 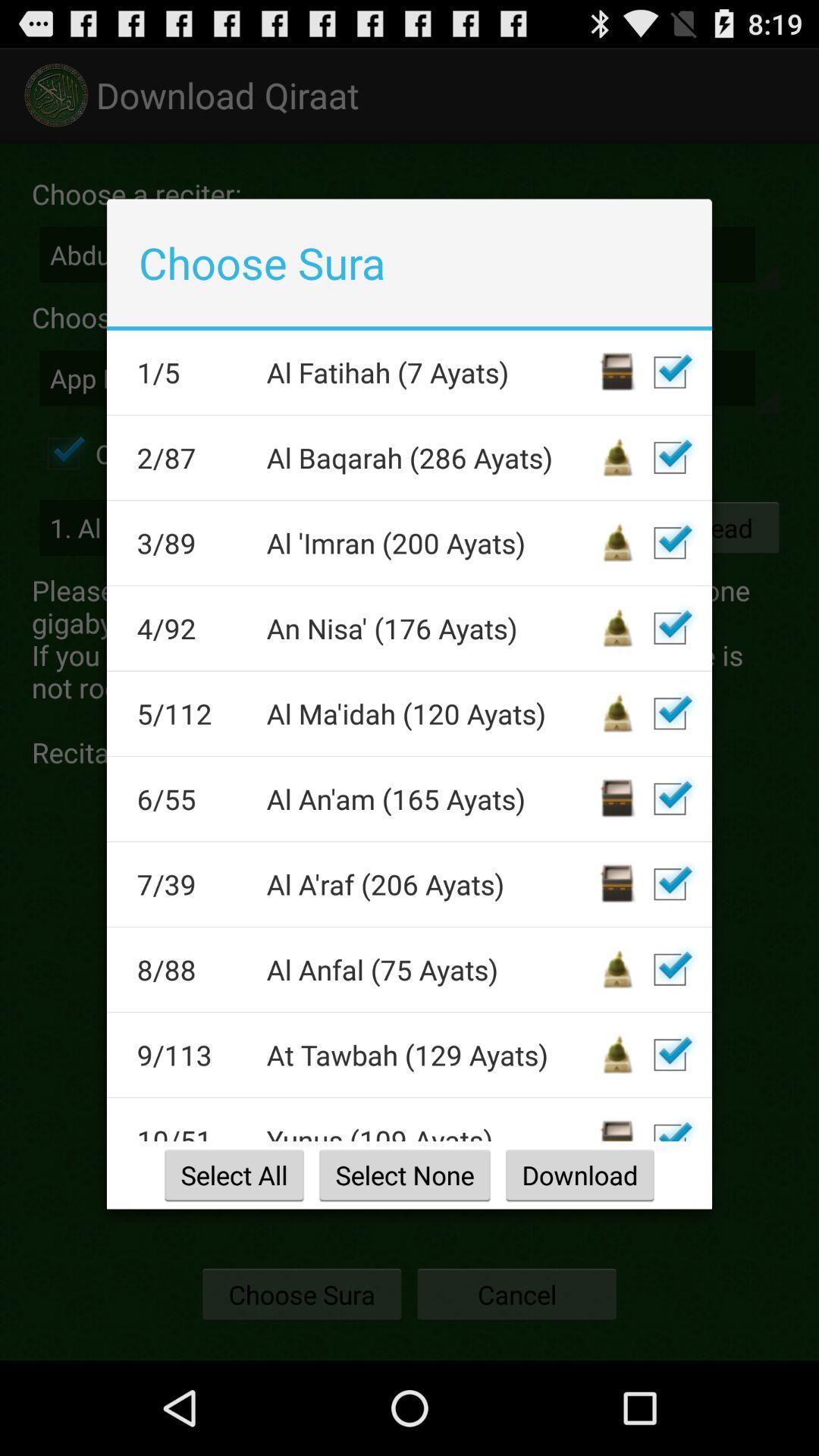 What do you see at coordinates (669, 1125) in the screenshot?
I see `autoplay option` at bounding box center [669, 1125].